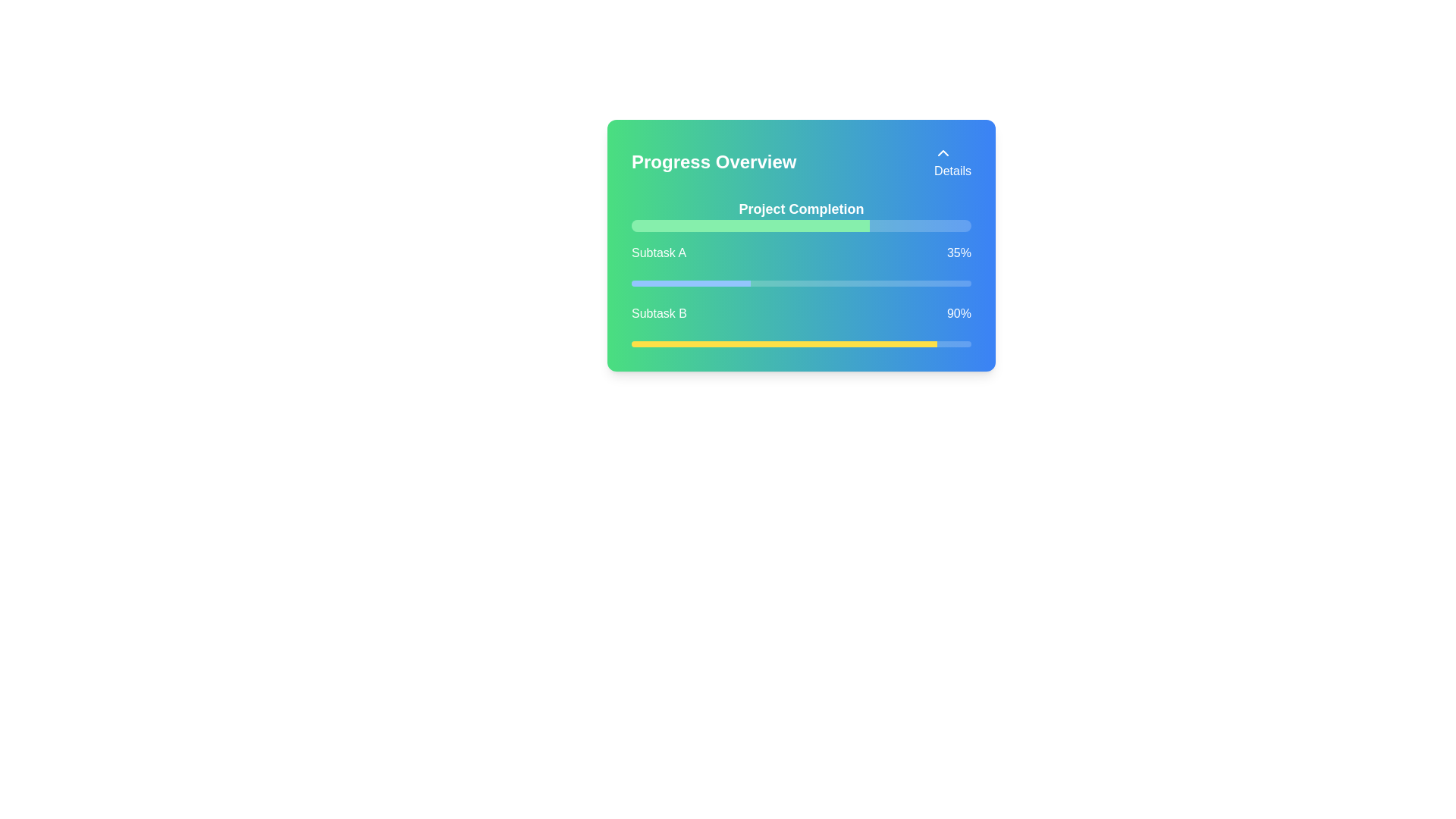 The width and height of the screenshot is (1456, 819). I want to click on the progress bar indicating 'Subtask A' which visually represents task completion with a filled segment showing '35%', so click(800, 284).